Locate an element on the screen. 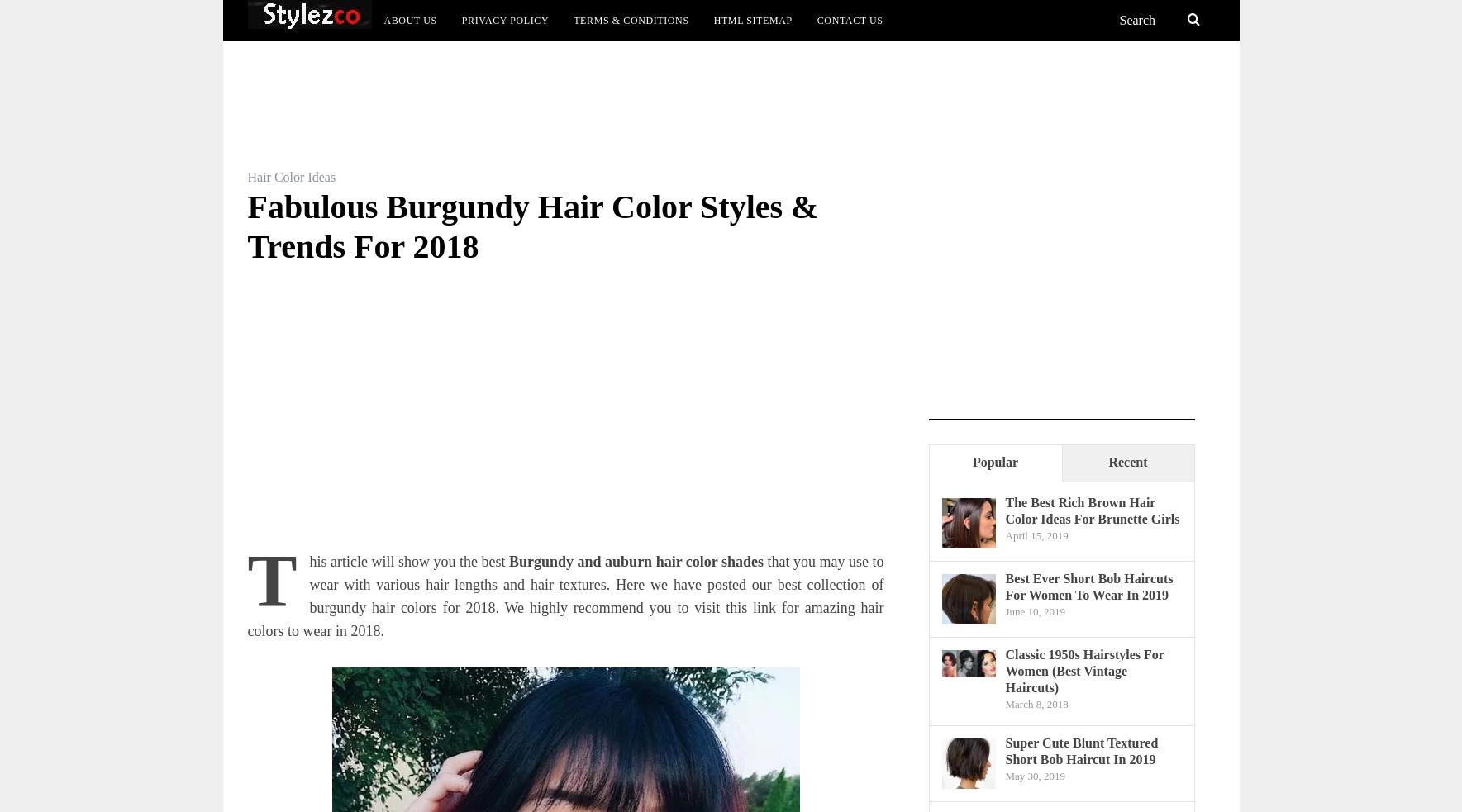 The width and height of the screenshot is (1462, 812). 'Terms & Conditions' is located at coordinates (630, 19).